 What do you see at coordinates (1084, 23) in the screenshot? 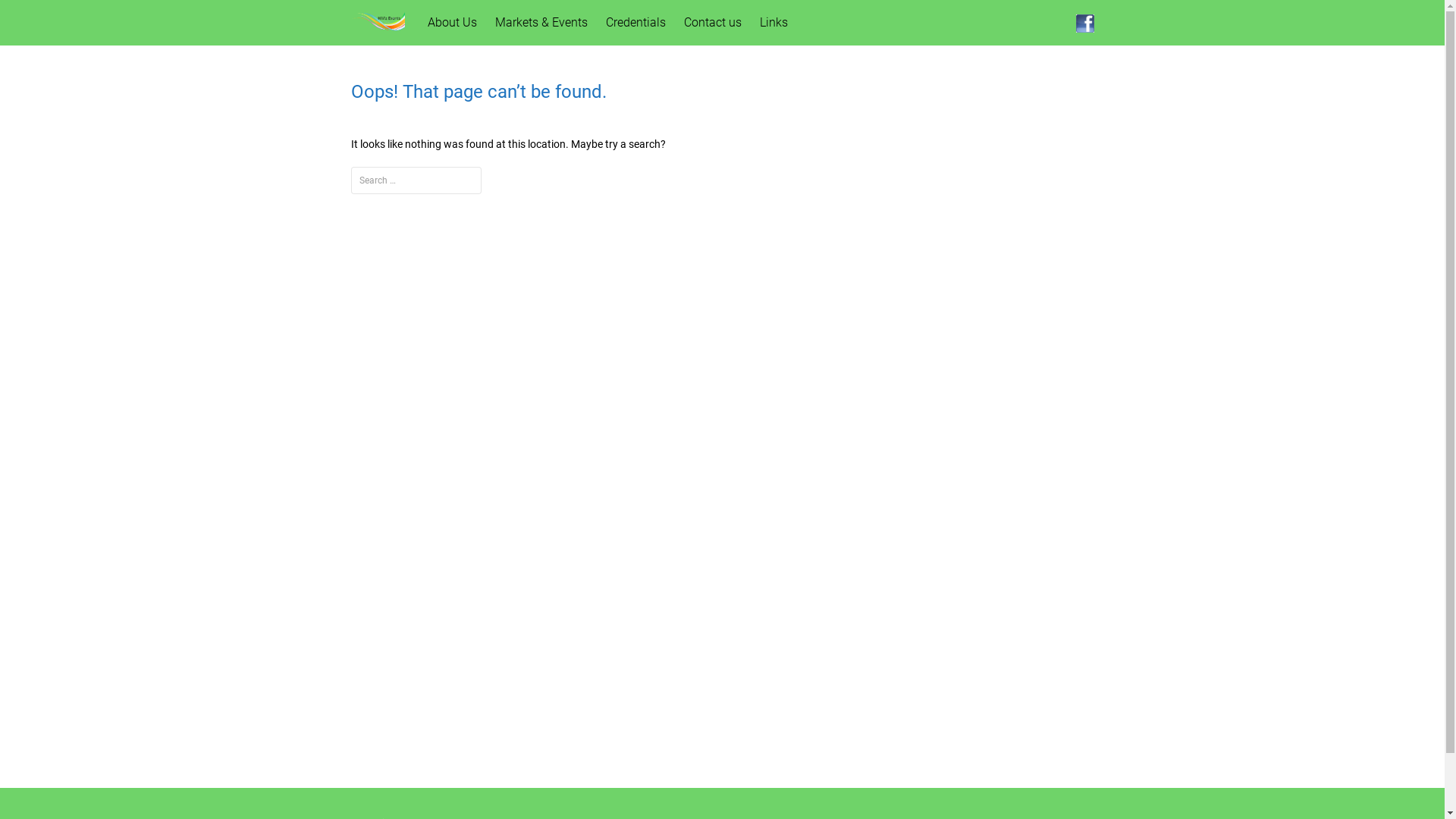
I see `'Follow Us on Facebook'` at bounding box center [1084, 23].